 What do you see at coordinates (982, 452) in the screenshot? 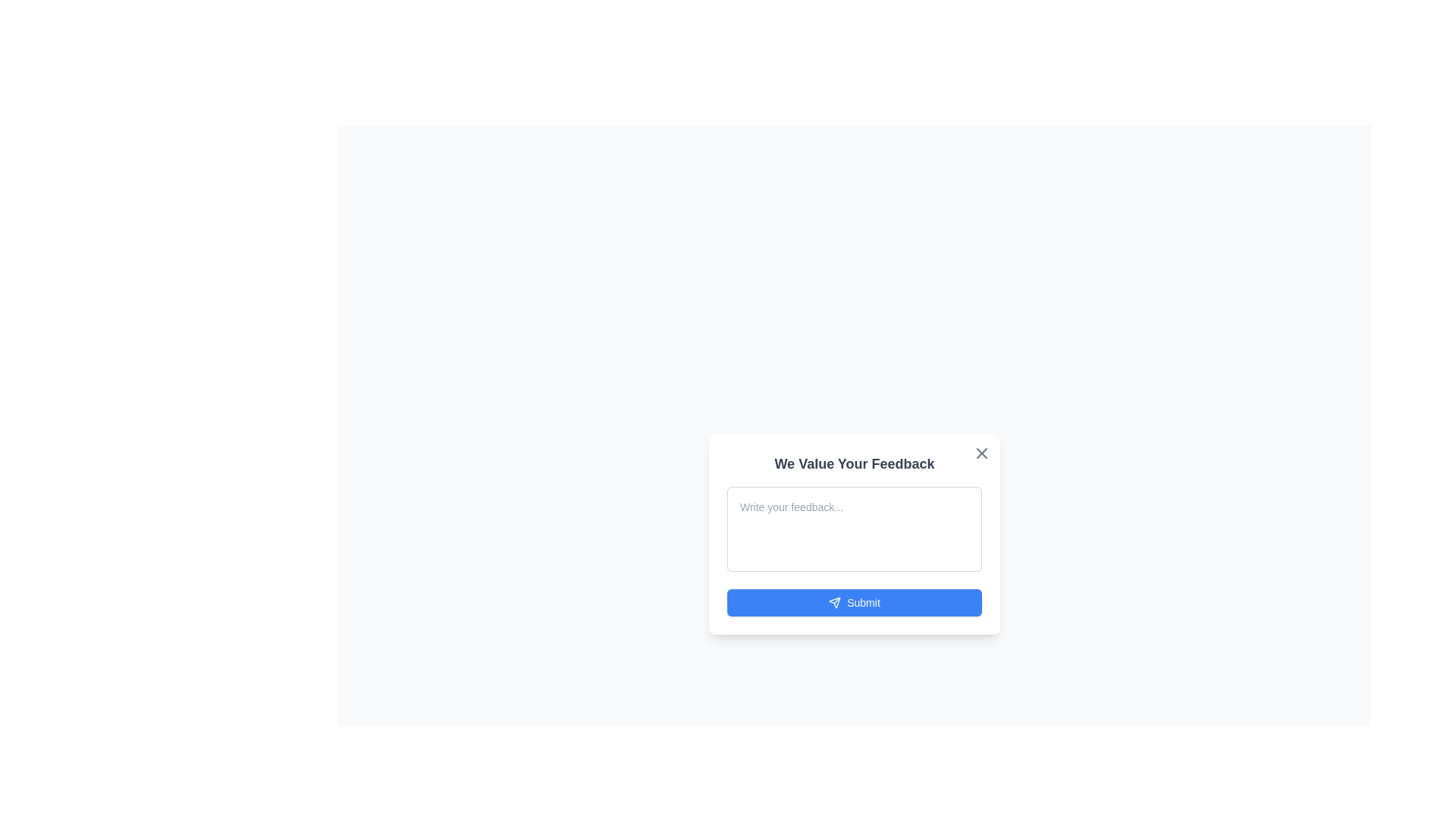
I see `the 'X' icon button located in the top-right corner of the 'We Value Your Feedback' modal` at bounding box center [982, 452].